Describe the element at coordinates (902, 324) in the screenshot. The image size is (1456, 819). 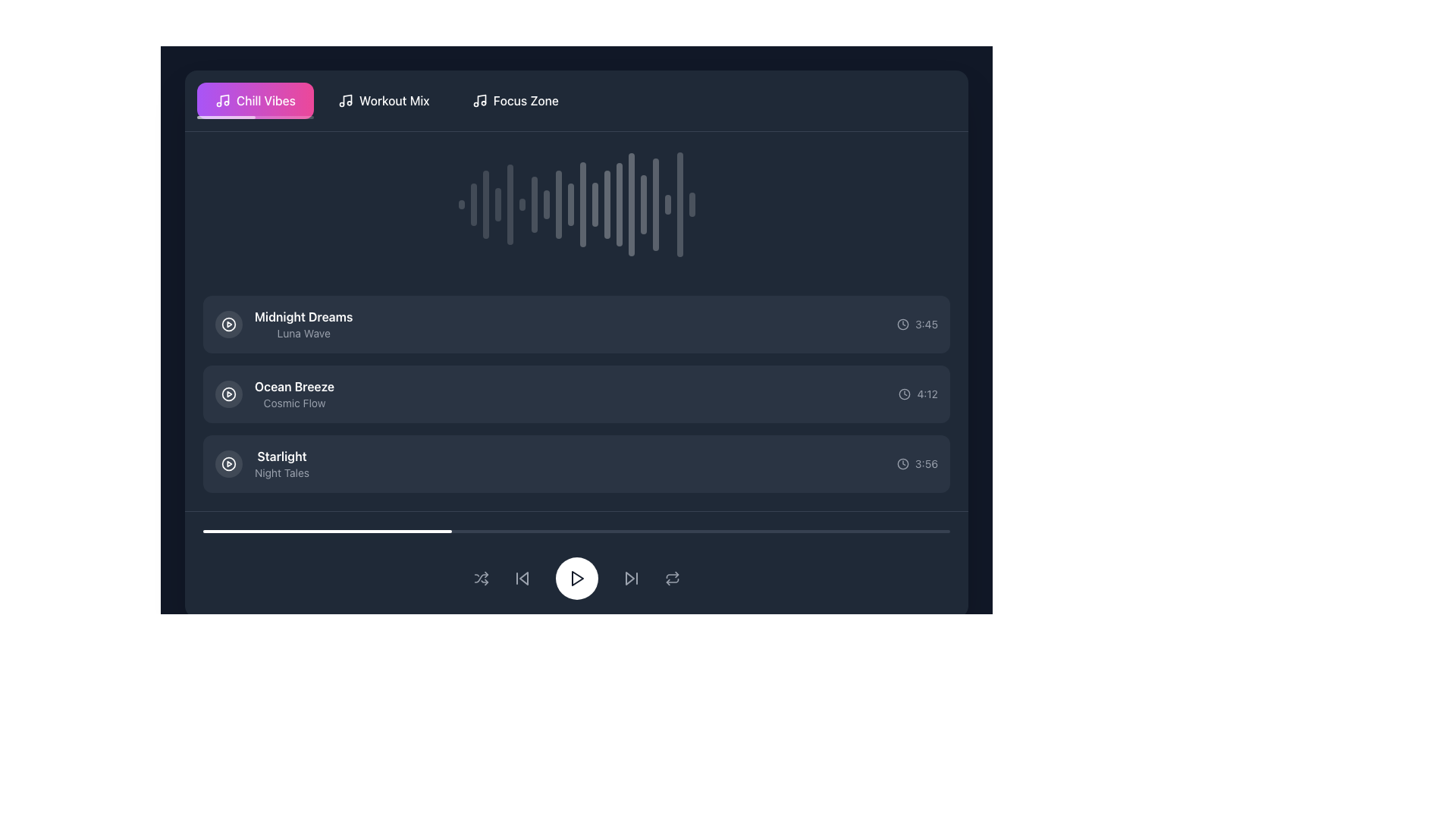
I see `the icon that signifies the time duration associated with the song 'Midnight Dreams', located to the left of the text '3:45'` at that location.